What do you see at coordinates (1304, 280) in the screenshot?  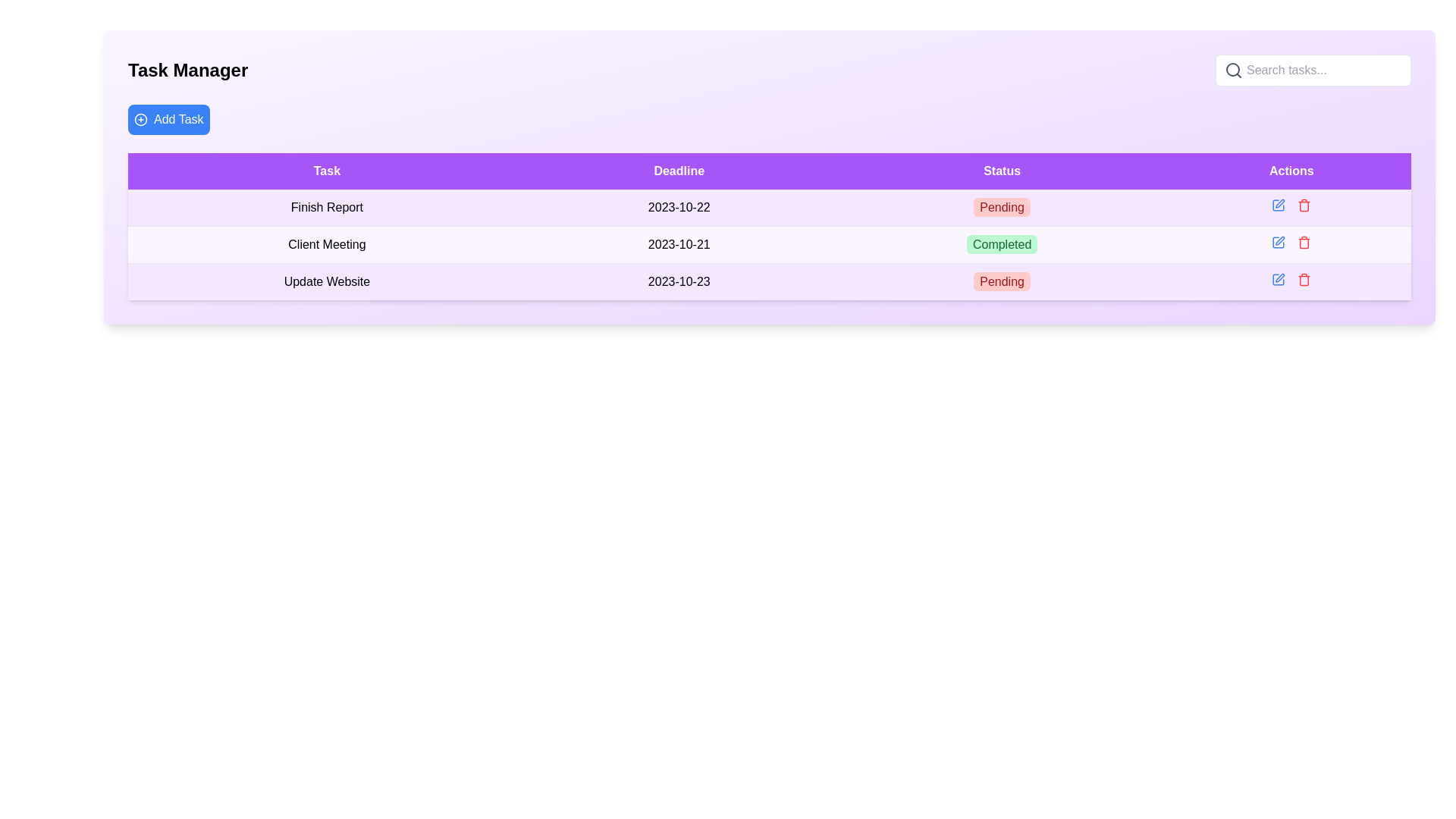 I see `the trash can icon button styled in red, located in the 'Actions' column for the last row corresponding to the task 'Update Website'` at bounding box center [1304, 280].